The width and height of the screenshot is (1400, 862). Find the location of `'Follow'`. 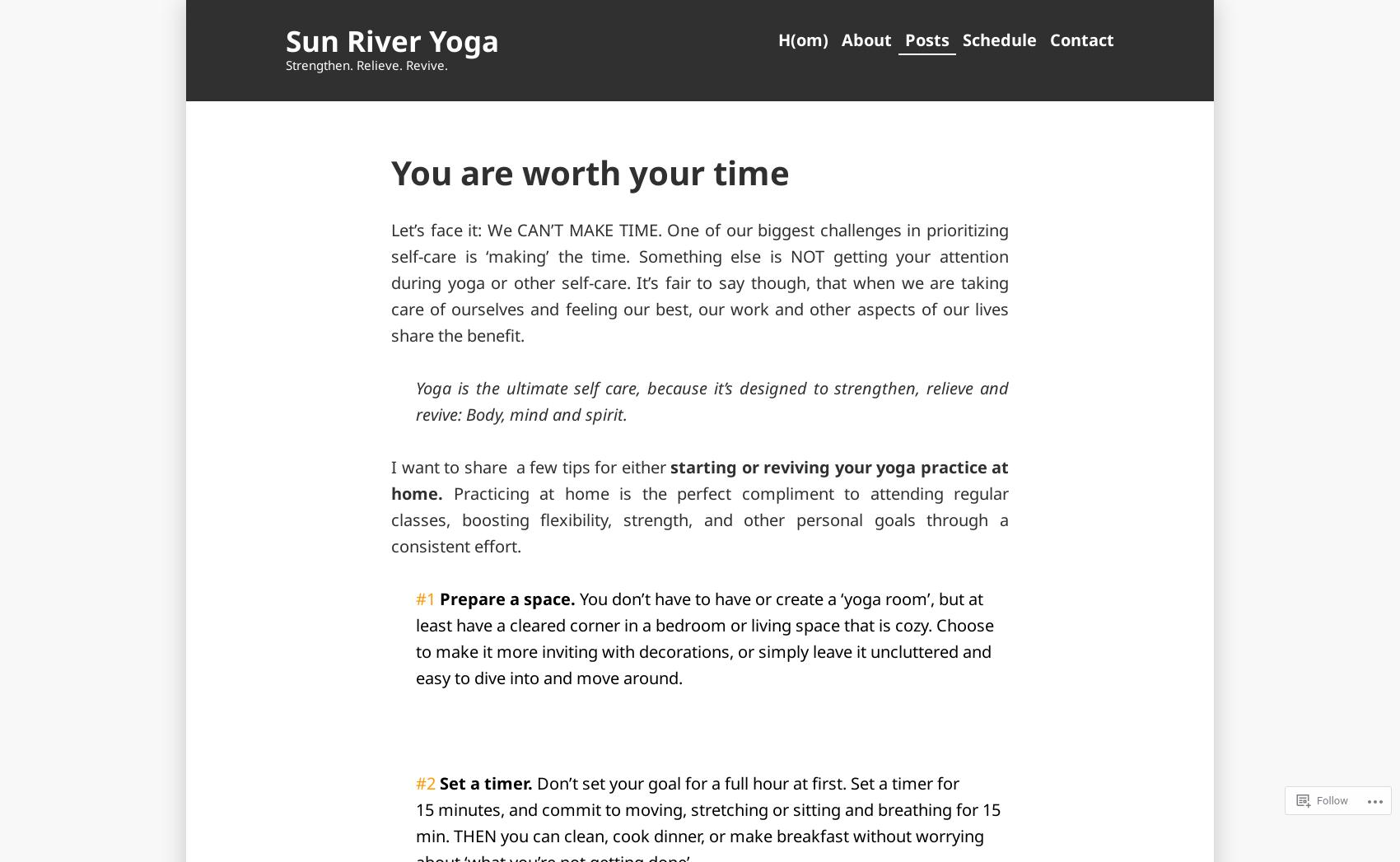

'Follow' is located at coordinates (1332, 799).